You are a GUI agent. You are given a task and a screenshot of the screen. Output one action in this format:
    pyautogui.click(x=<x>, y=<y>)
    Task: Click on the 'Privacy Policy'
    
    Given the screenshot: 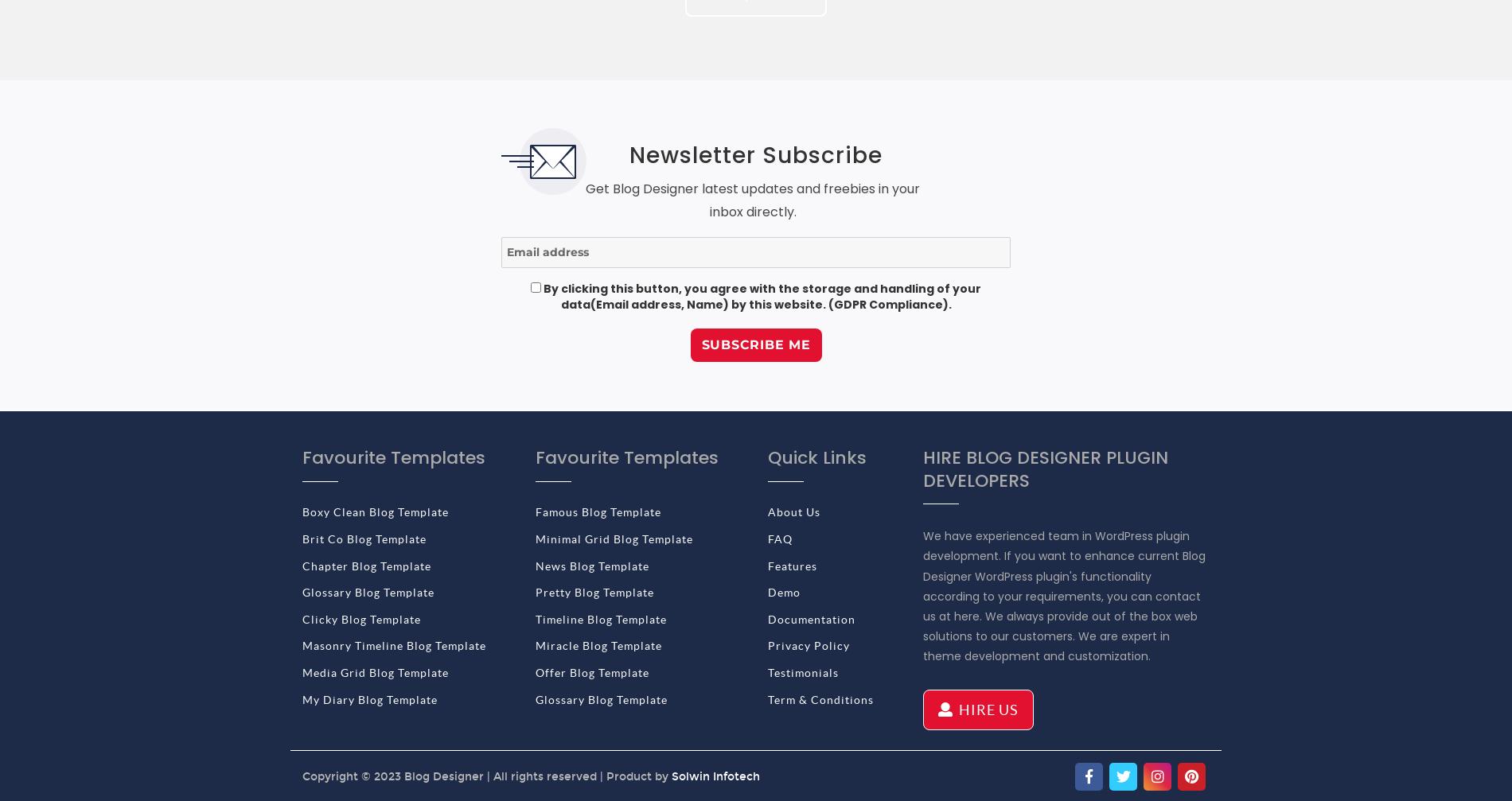 What is the action you would take?
    pyautogui.click(x=768, y=645)
    